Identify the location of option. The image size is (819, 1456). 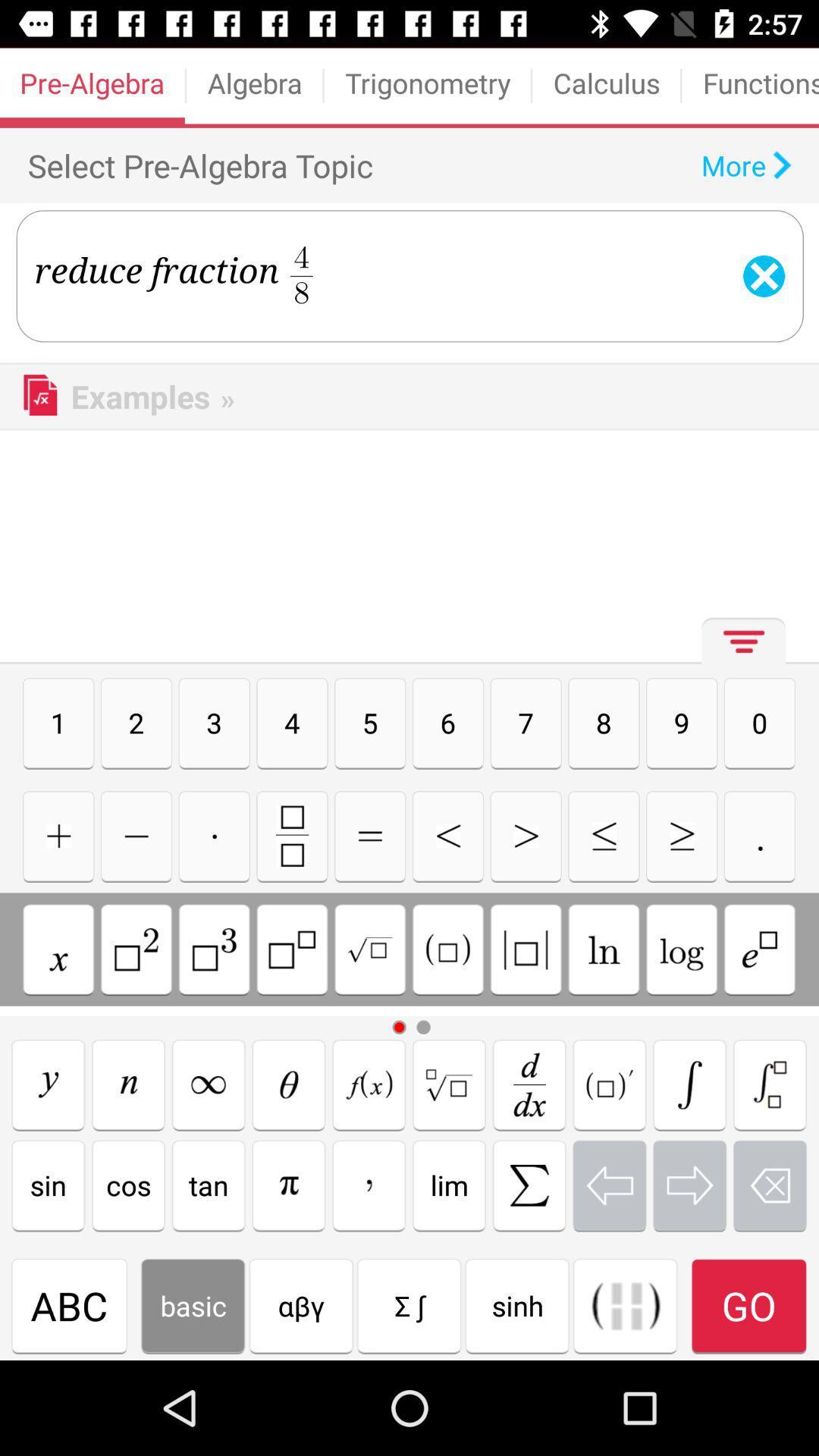
(214, 835).